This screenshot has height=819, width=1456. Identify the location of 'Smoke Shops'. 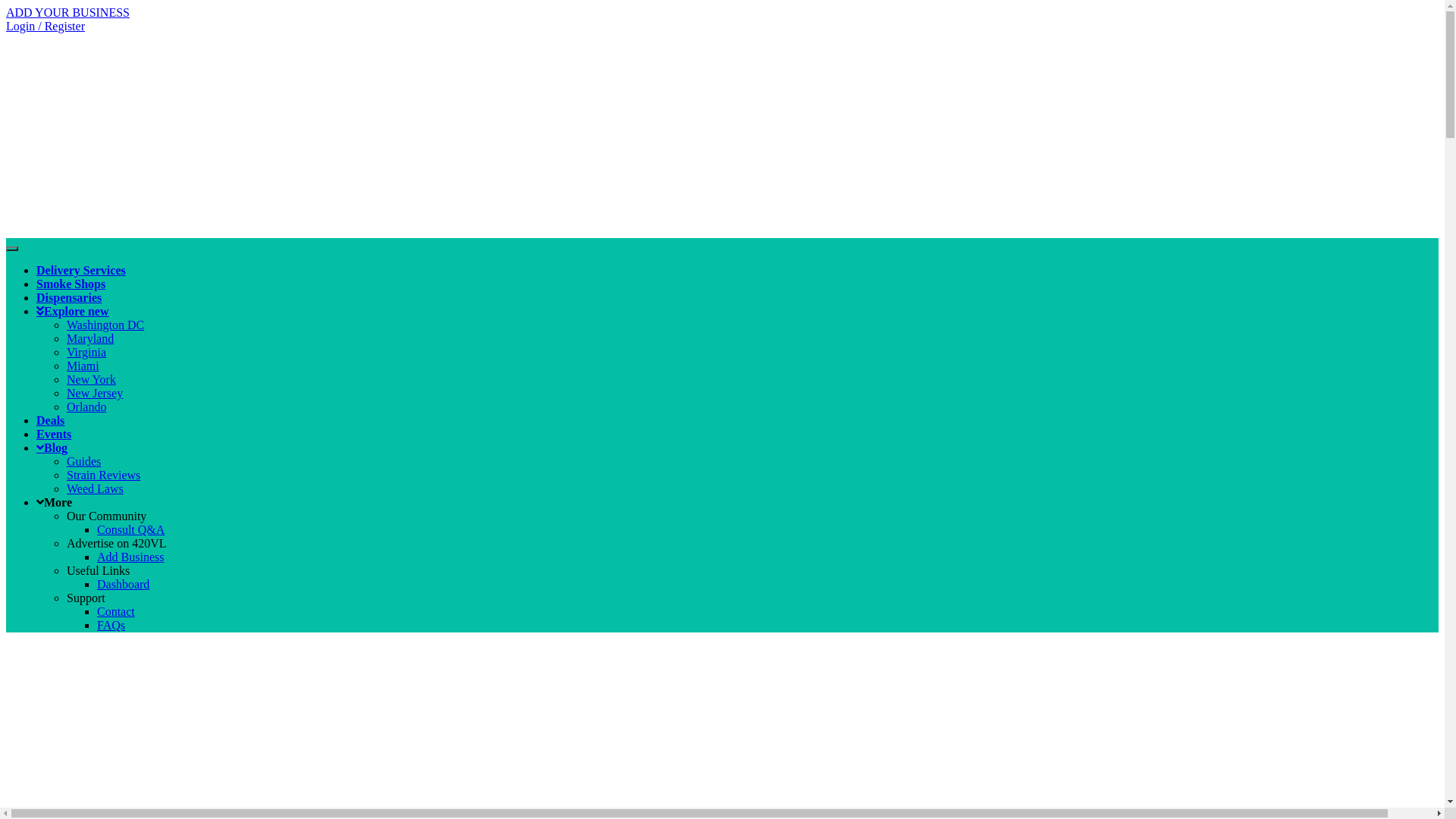
(70, 284).